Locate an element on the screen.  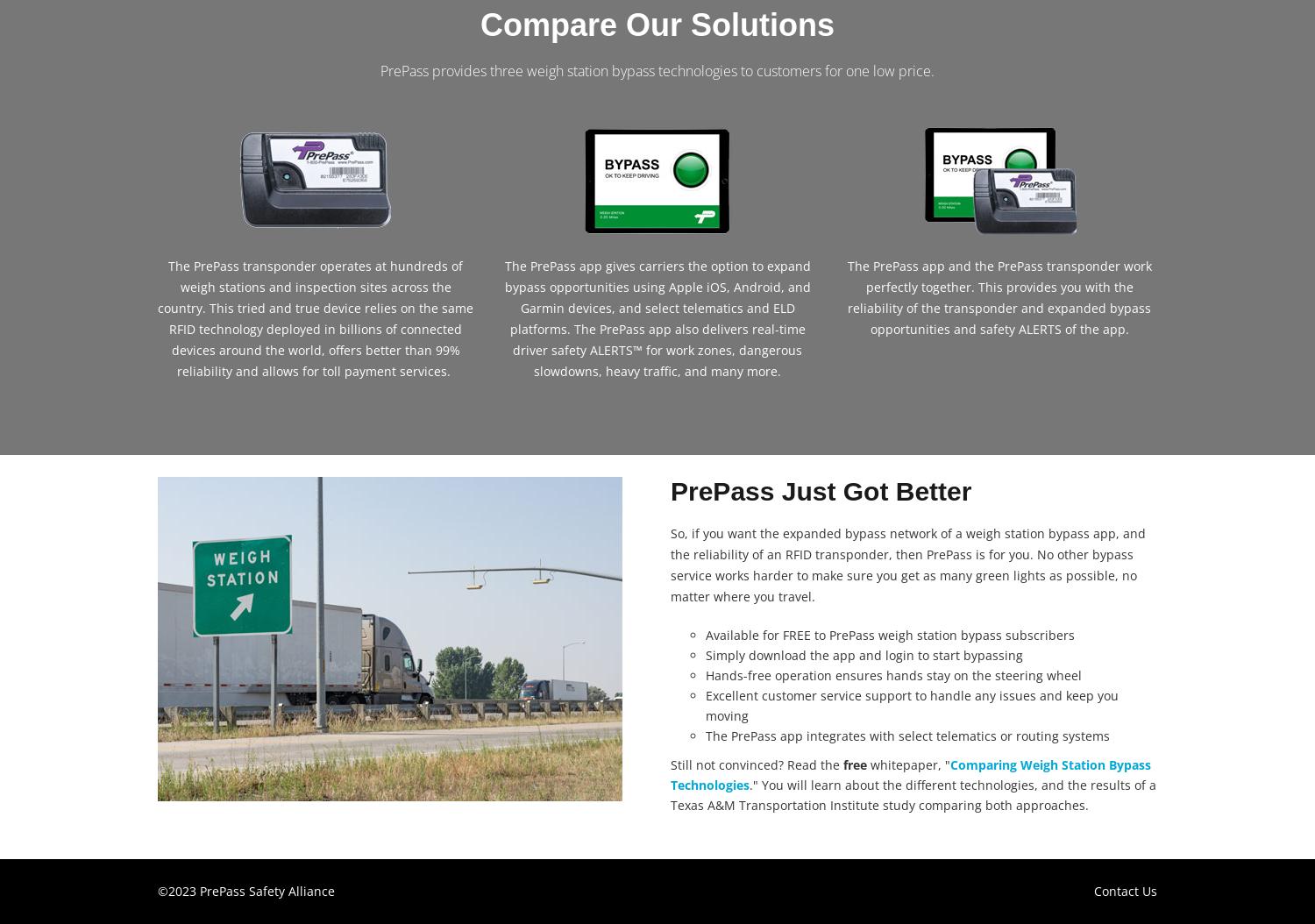
'Available for FREE to PrePass weigh station bypass subscribers' is located at coordinates (890, 633).